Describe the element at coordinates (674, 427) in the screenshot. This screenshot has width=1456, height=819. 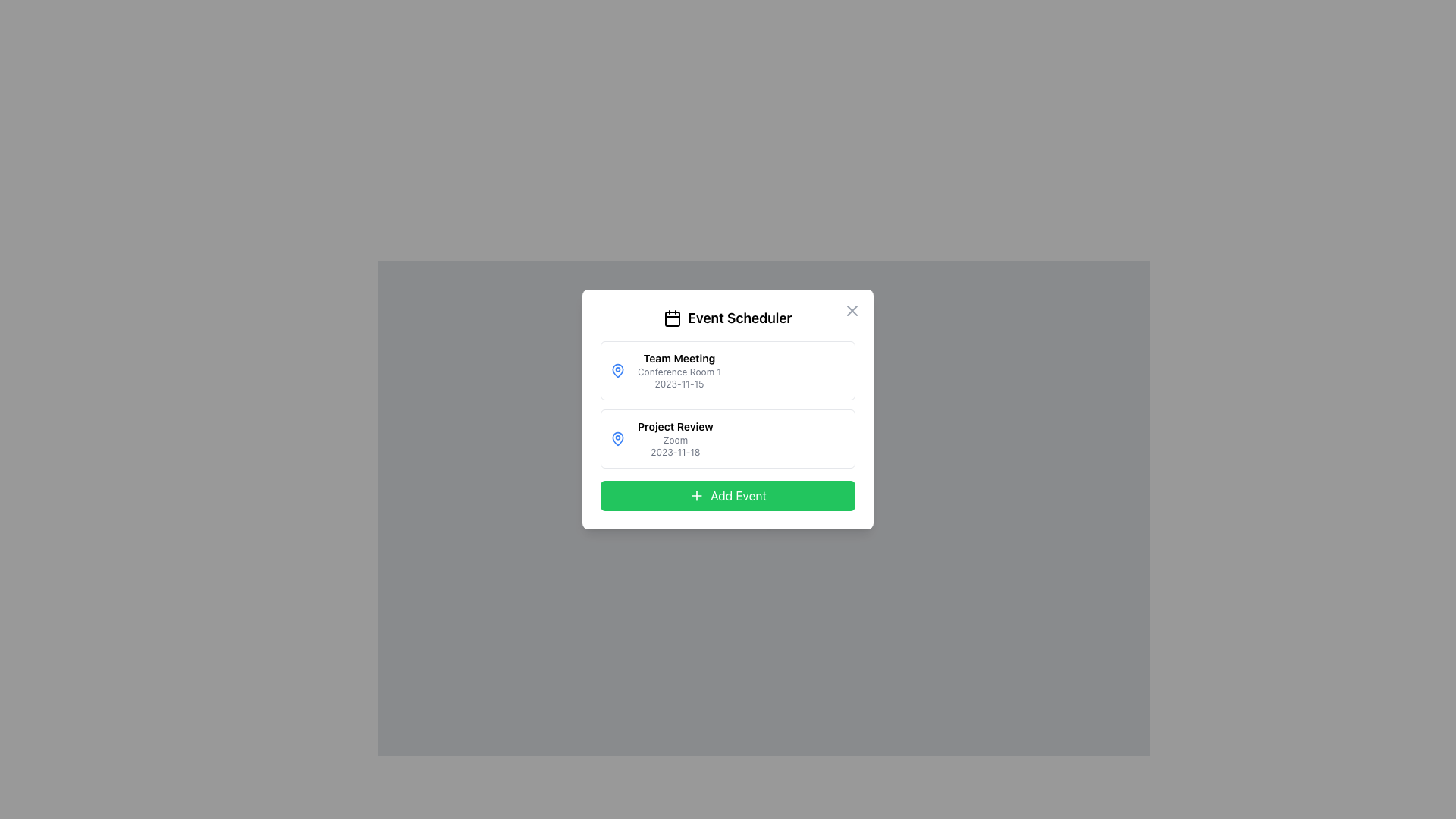
I see `text content of the 'Project Review' label which is bold and centrally aligned in the 'Event Scheduler' modal, positioned above the 'Zoom' and '2023-11-18' indicators` at that location.